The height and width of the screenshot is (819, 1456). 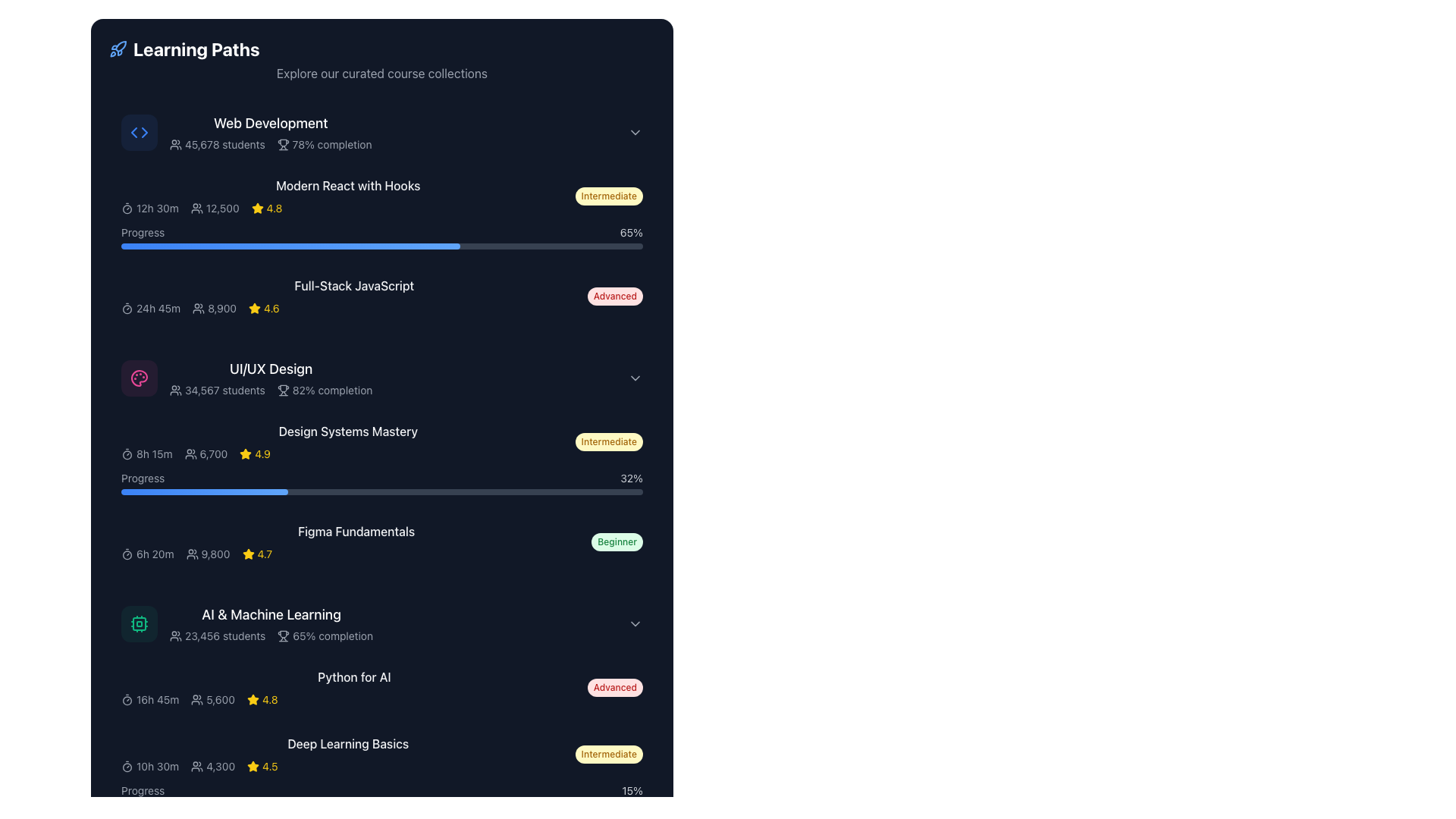 I want to click on the badge indicating the difficulty level associated with the 'Design Systems Mastery' course, located to the right side of the course row, so click(x=609, y=441).